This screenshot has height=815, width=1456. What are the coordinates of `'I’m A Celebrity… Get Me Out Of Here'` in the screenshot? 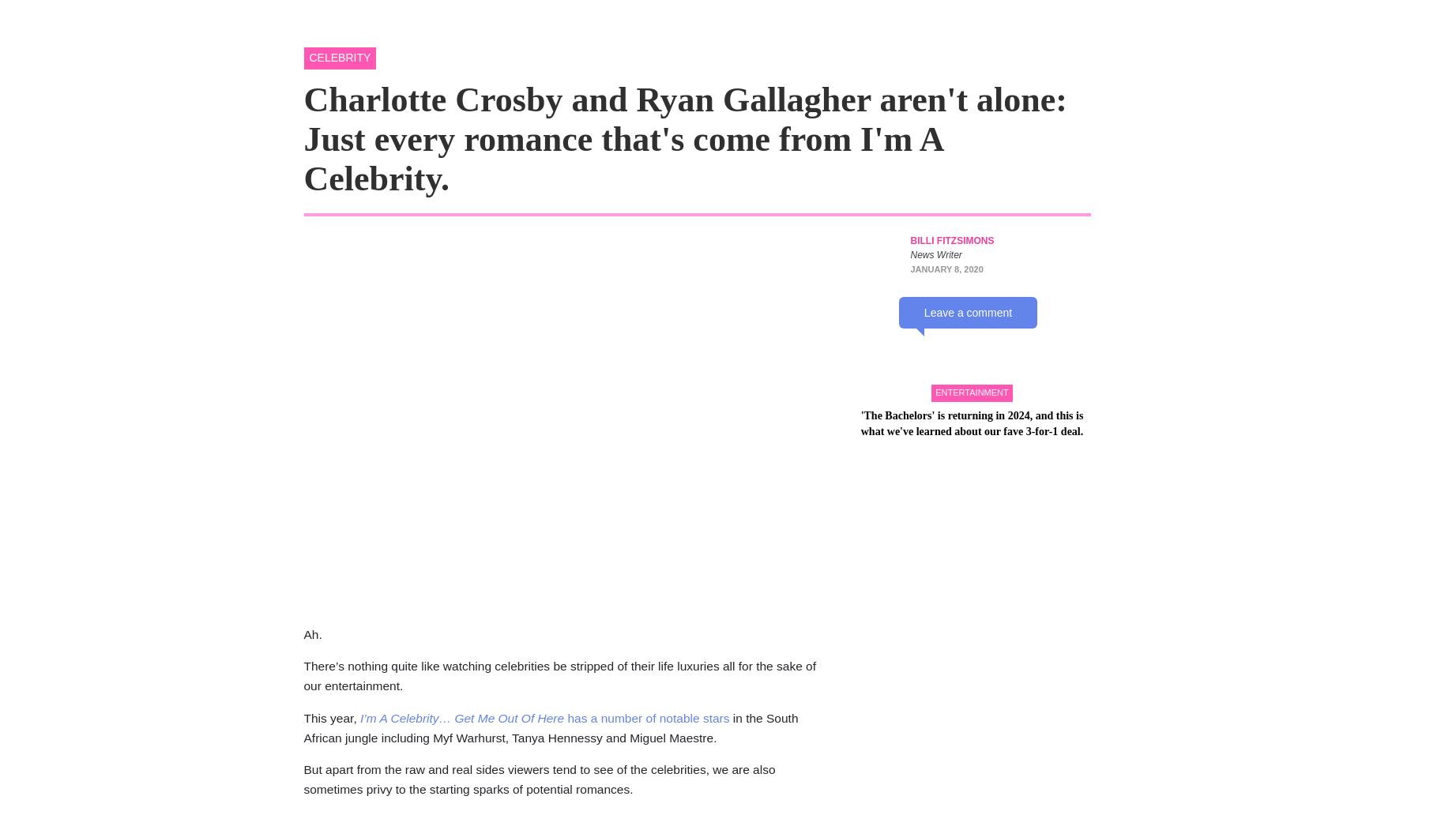 It's located at (359, 716).